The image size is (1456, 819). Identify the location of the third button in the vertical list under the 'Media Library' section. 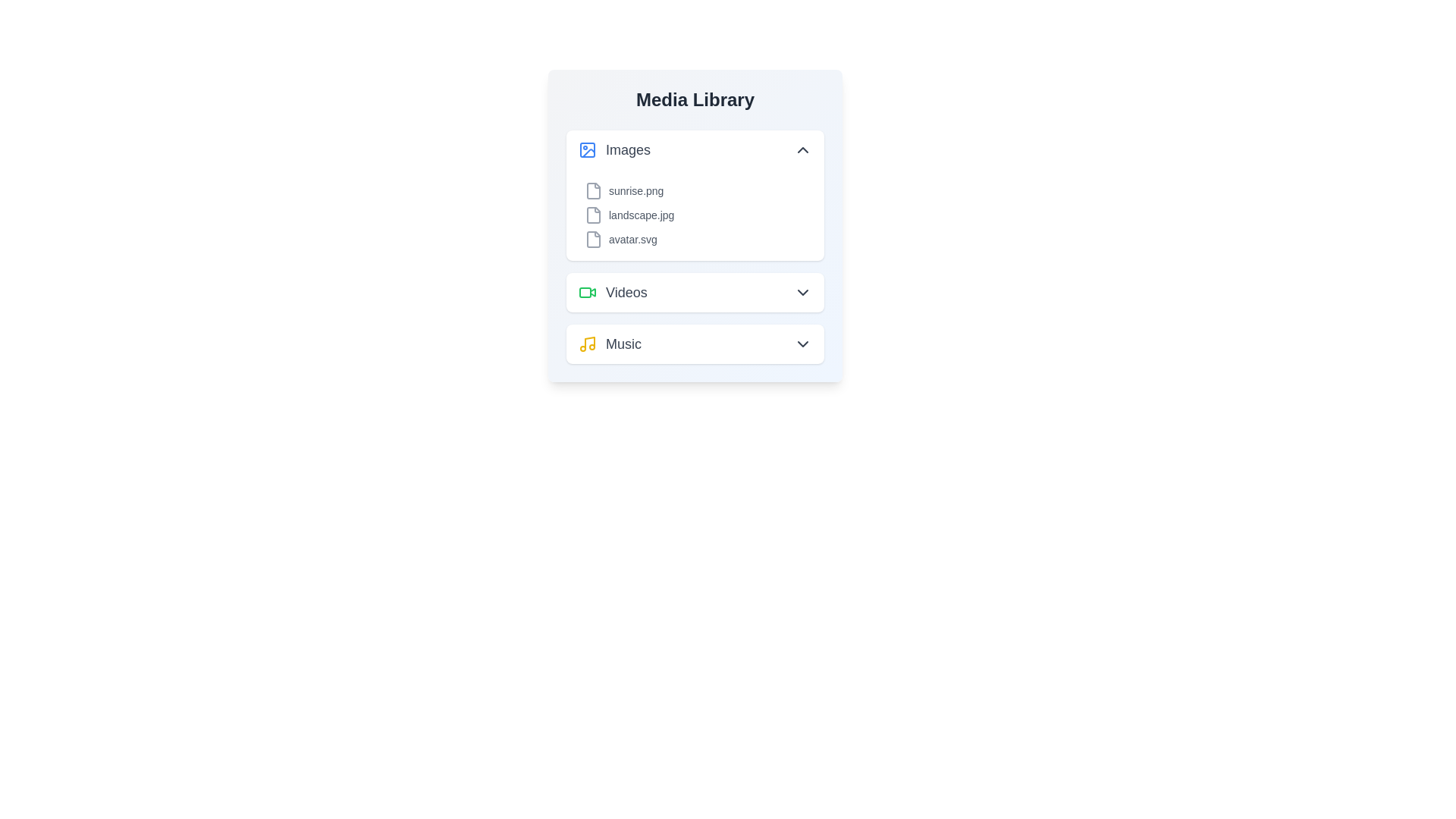
(694, 344).